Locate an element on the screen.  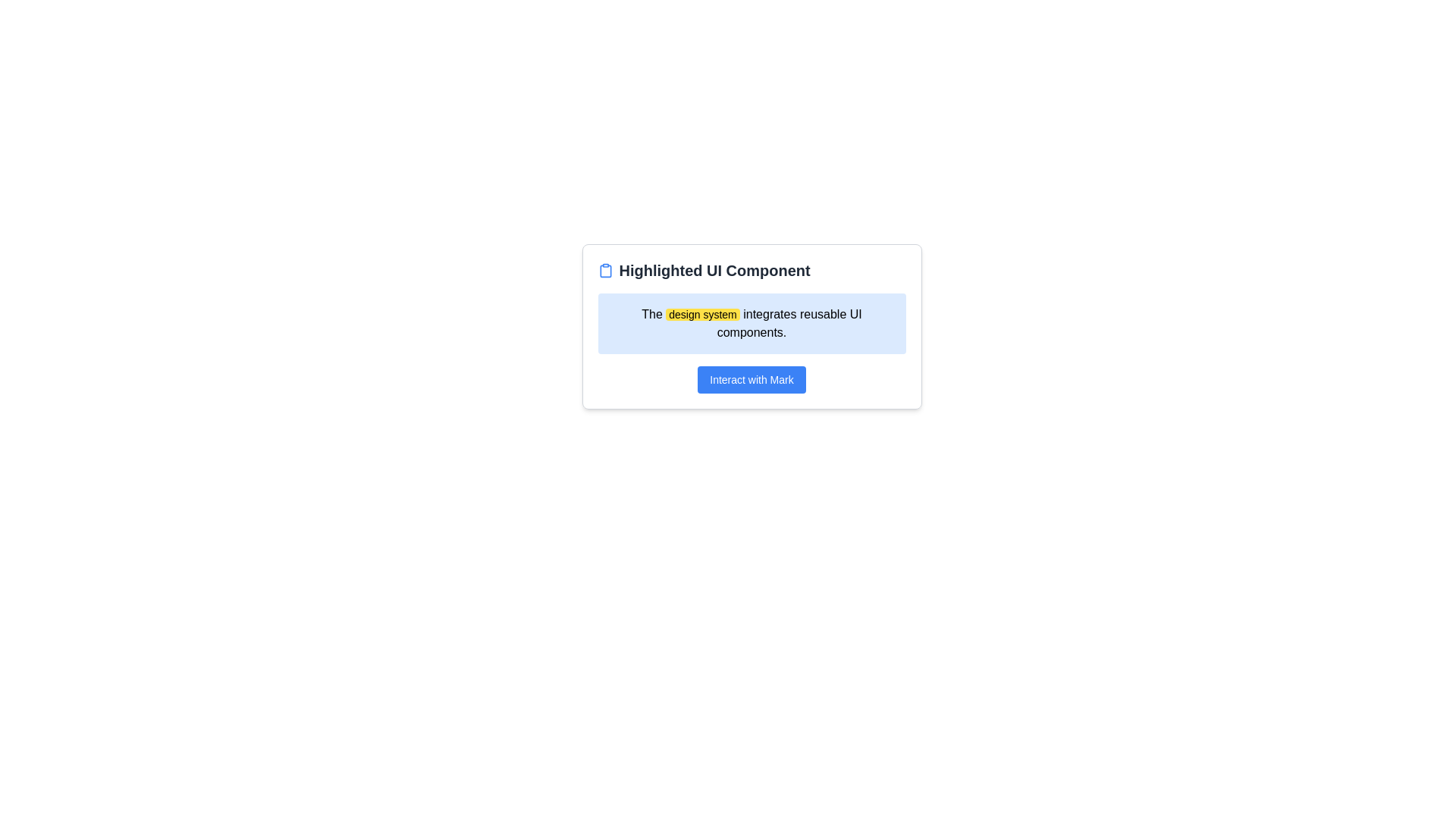
information displayed in the blue rectangular box containing the text 'The design system integrates reusable UI components.' with 'design system' highlighted in yellow is located at coordinates (752, 323).